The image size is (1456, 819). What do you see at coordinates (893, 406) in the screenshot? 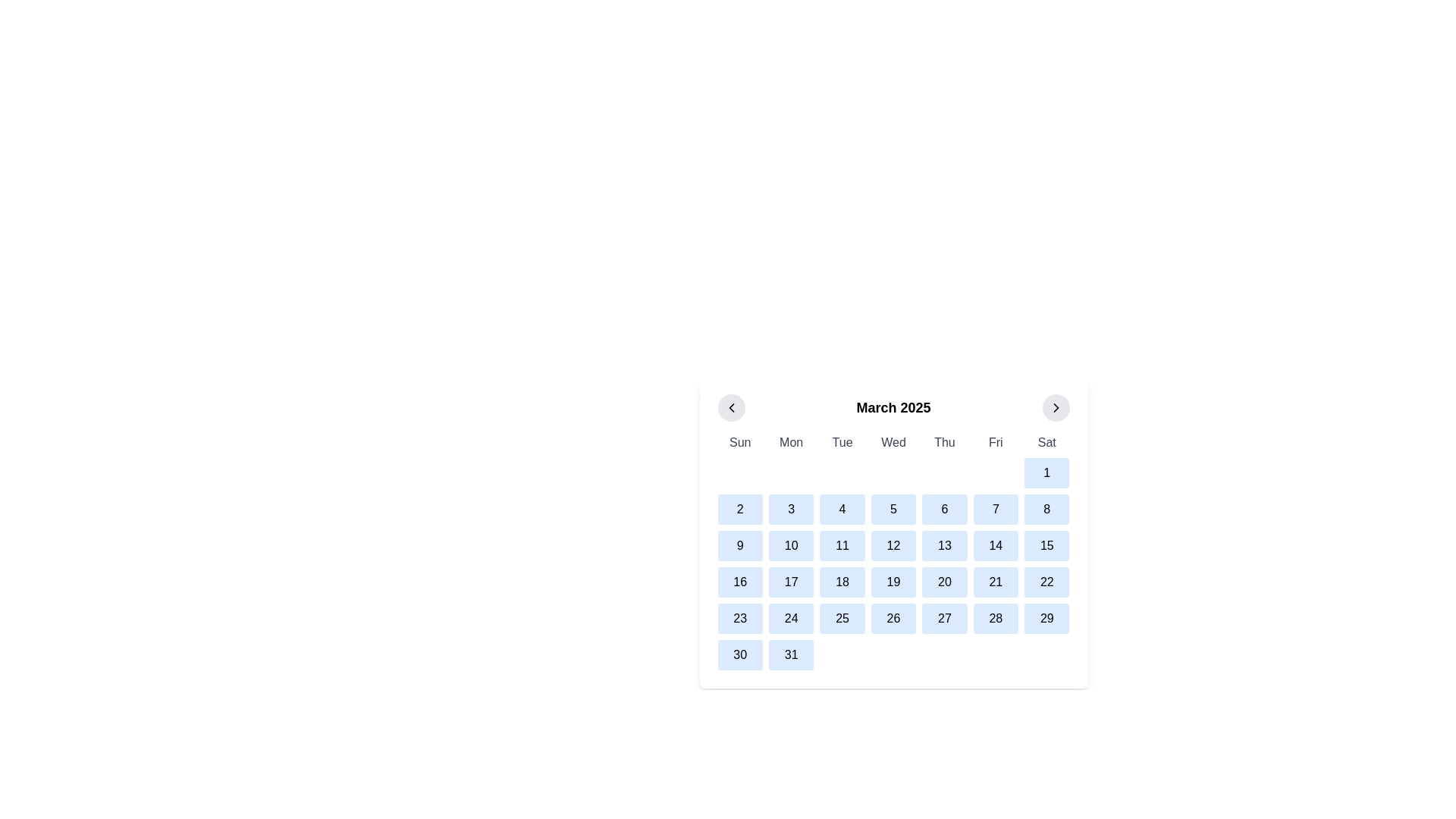
I see `the Text display that shows the current month and year in the calendar, located at the top of the calendar interface, between the left and right arrow icons` at bounding box center [893, 406].